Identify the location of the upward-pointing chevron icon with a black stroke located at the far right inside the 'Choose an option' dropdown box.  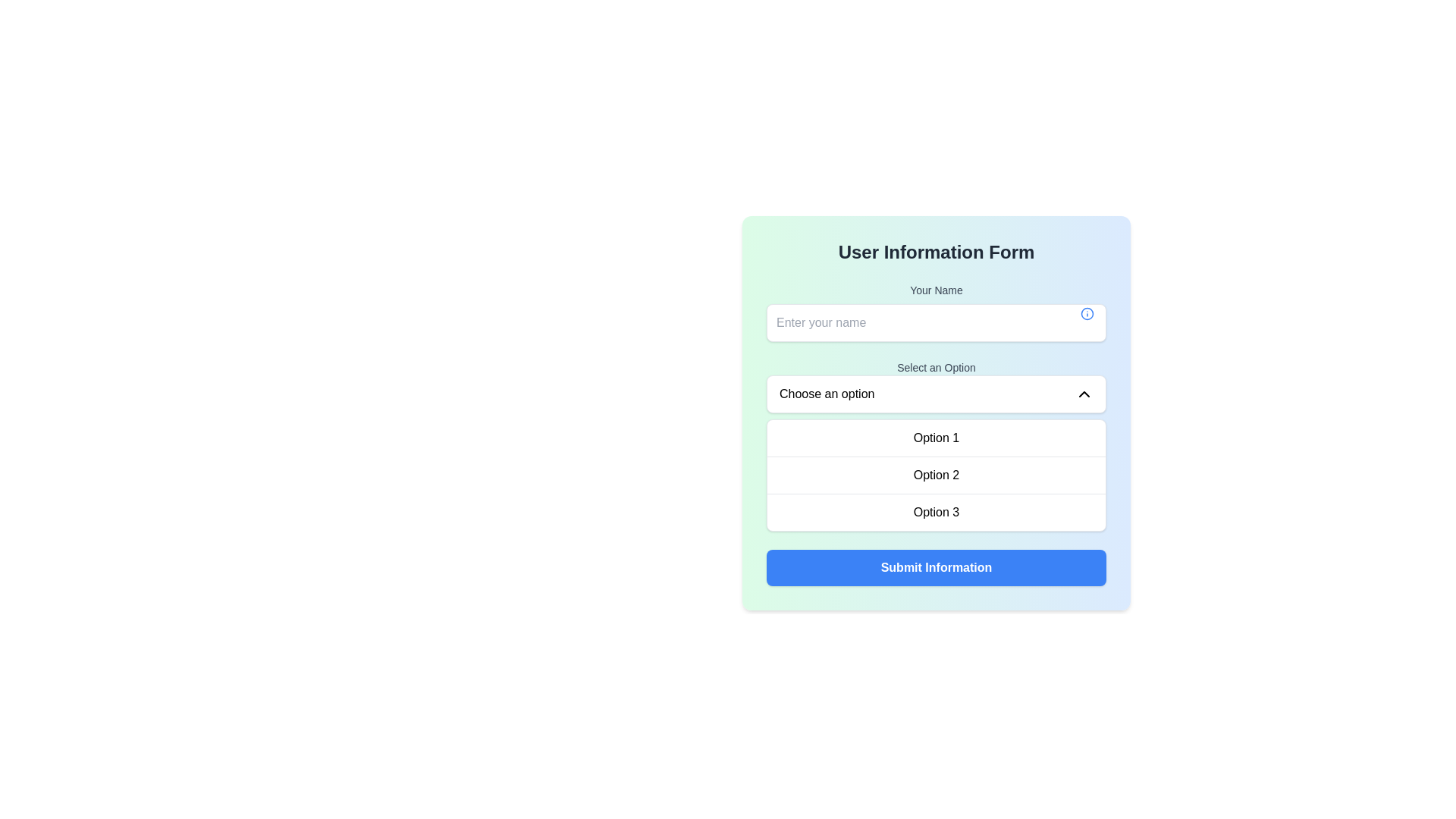
(1084, 394).